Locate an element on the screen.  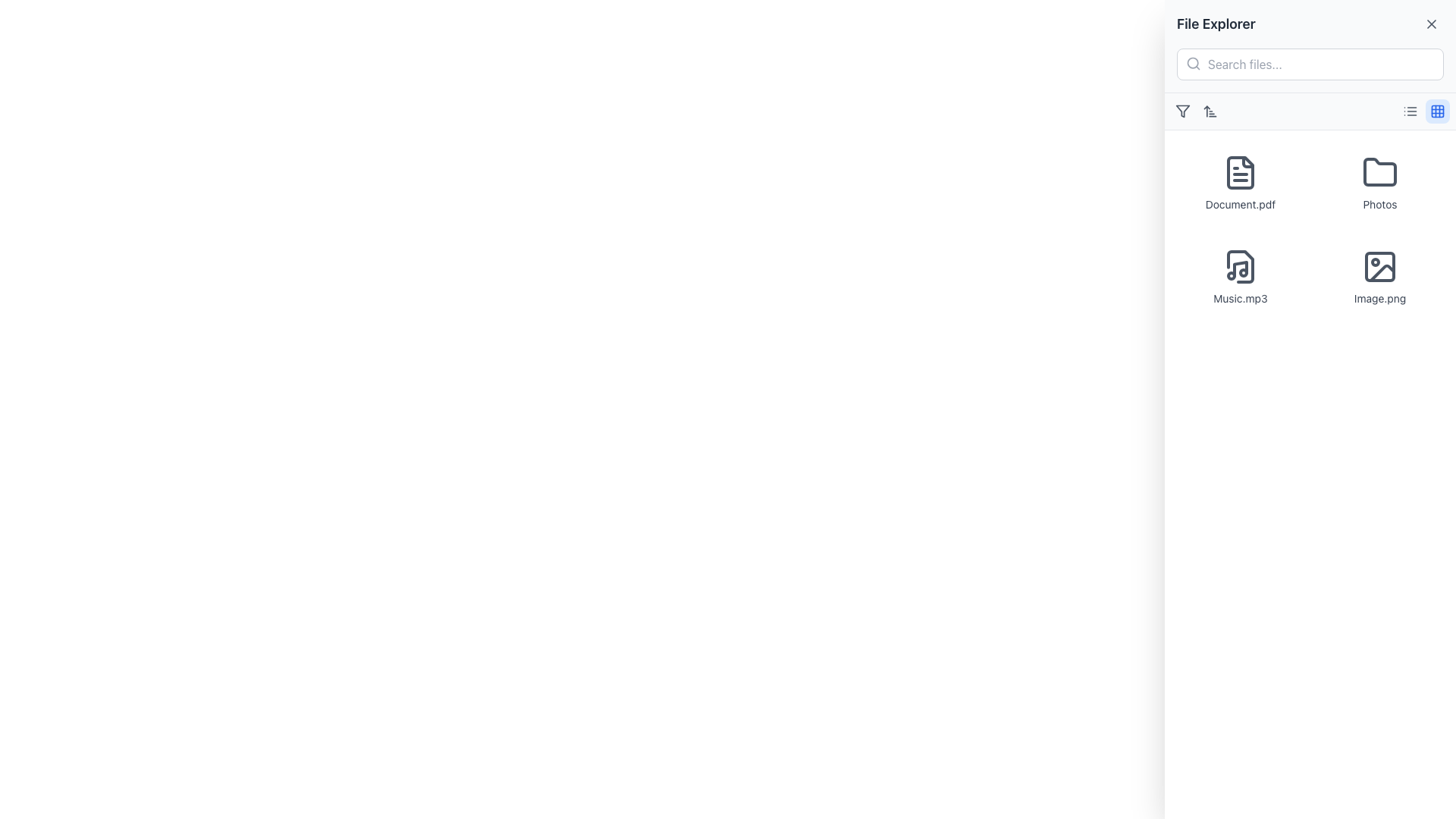
the sorting icon button located in the upper-right section of the interface, immediately to the right of the filter icon is located at coordinates (1210, 110).